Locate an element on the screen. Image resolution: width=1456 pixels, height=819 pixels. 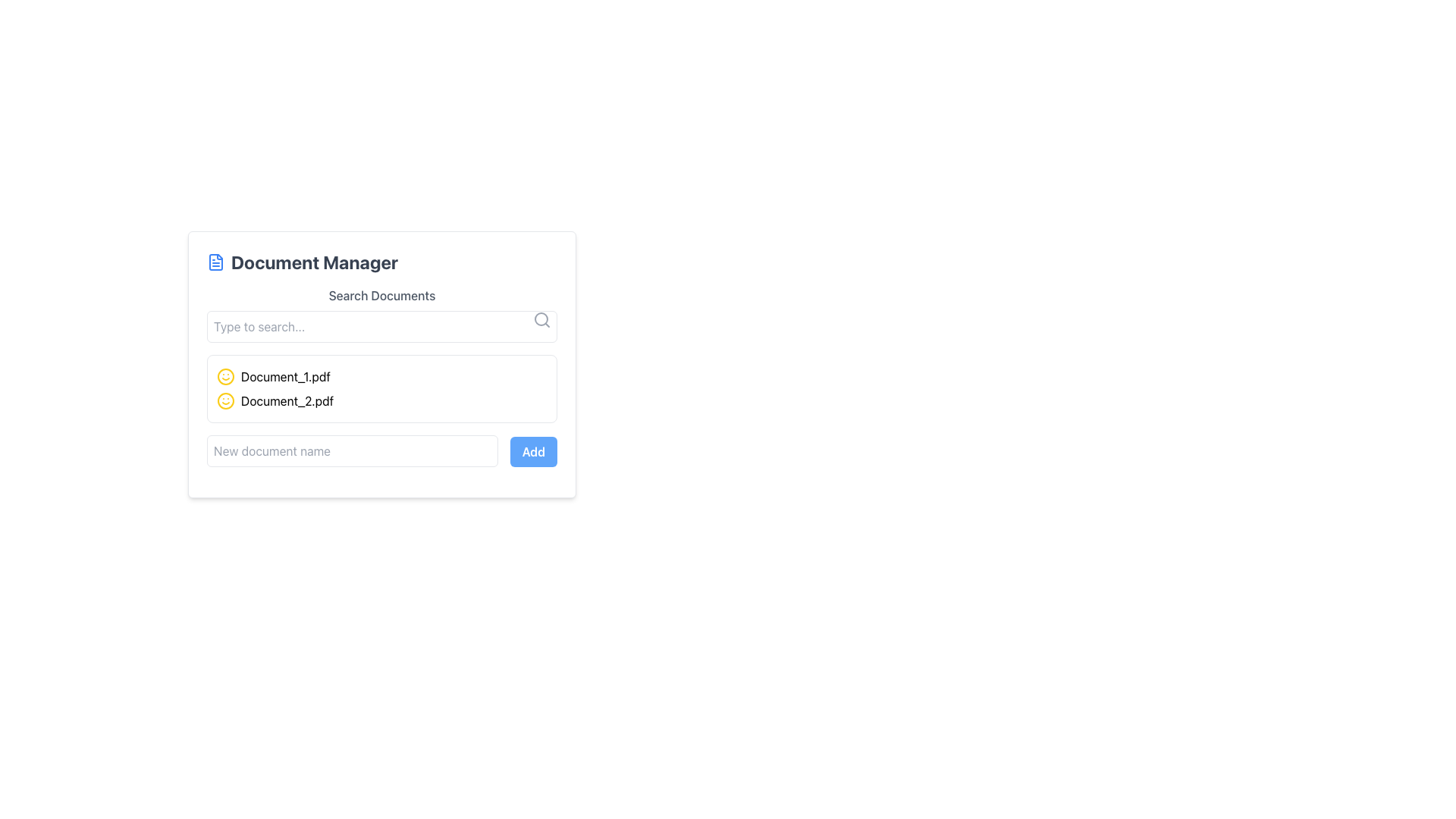
the search icon located at the top-right corner of the 'Type to search...' input field is located at coordinates (542, 318).